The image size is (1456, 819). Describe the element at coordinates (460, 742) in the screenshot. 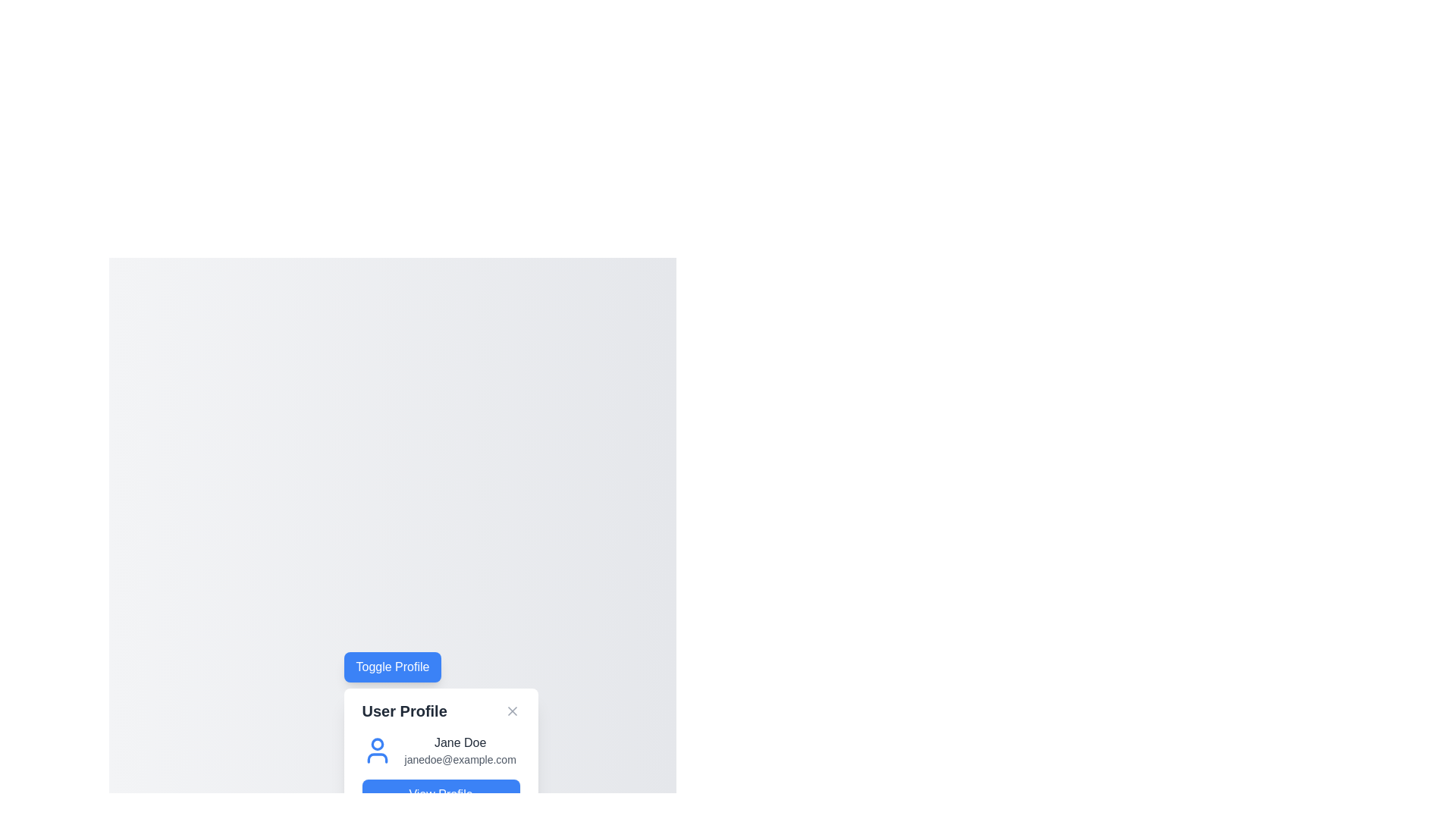

I see `displayed text from the user display name text label located in the 'User Profile' popup, positioned beneath the title 'User Profile' and above the email text 'janedoe@example.com'` at that location.